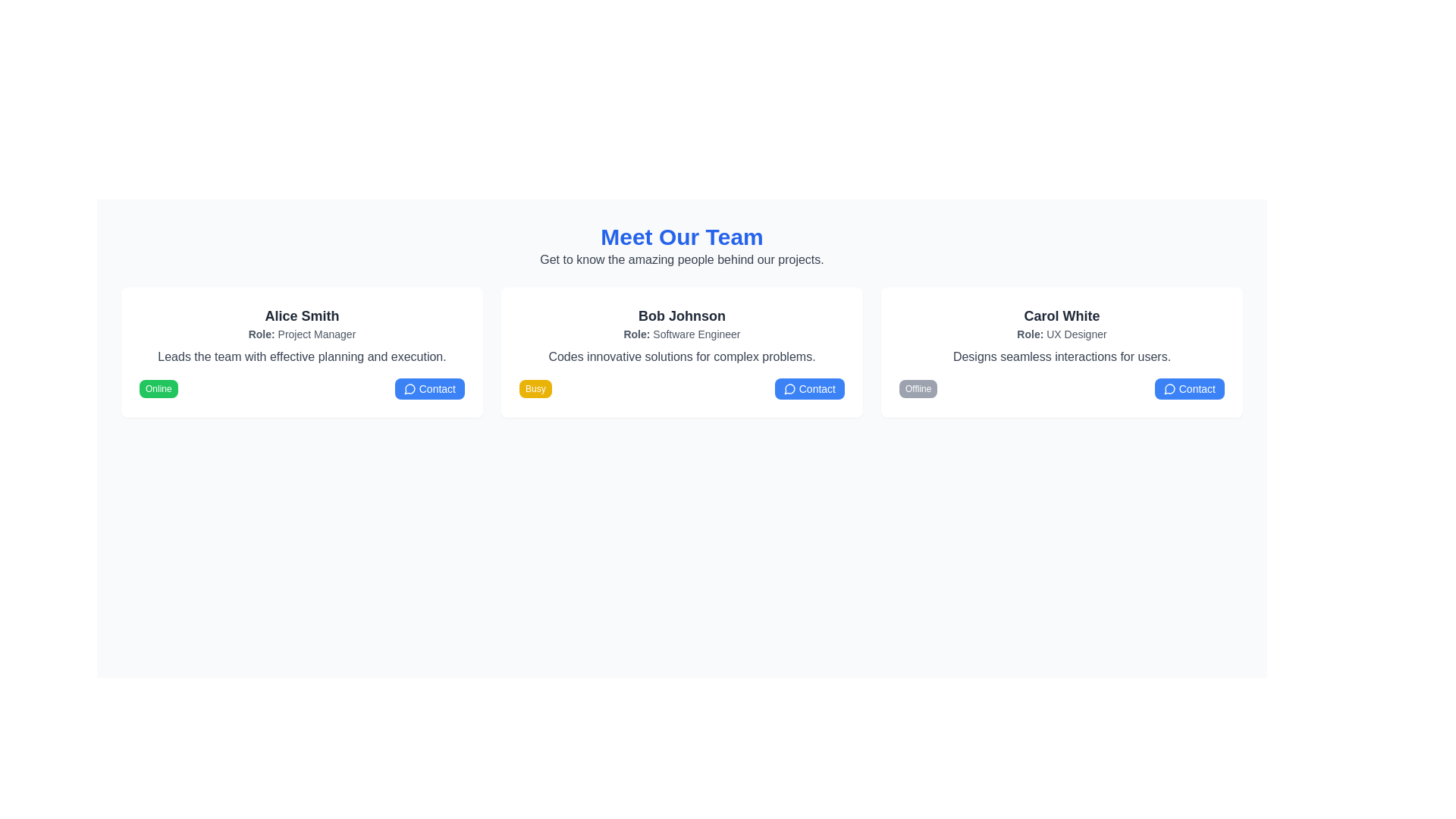 The width and height of the screenshot is (1456, 819). What do you see at coordinates (681, 356) in the screenshot?
I see `descriptive text label located within the 'Bob Johnson' card in the 'Meet Our Team' section, positioned below the 'Role: Software Engineer' text` at bounding box center [681, 356].